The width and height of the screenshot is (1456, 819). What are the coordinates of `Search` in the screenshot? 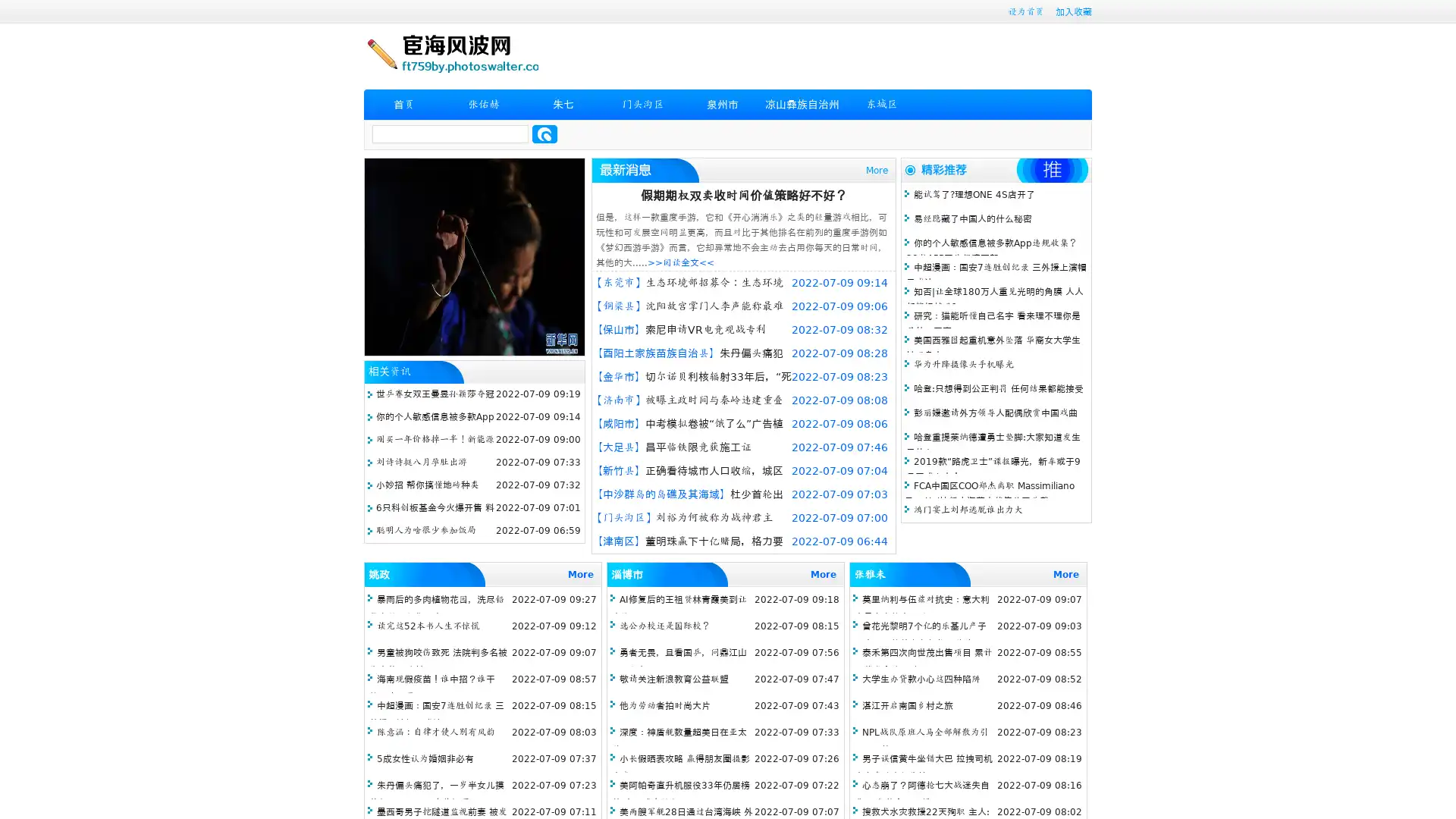 It's located at (544, 133).